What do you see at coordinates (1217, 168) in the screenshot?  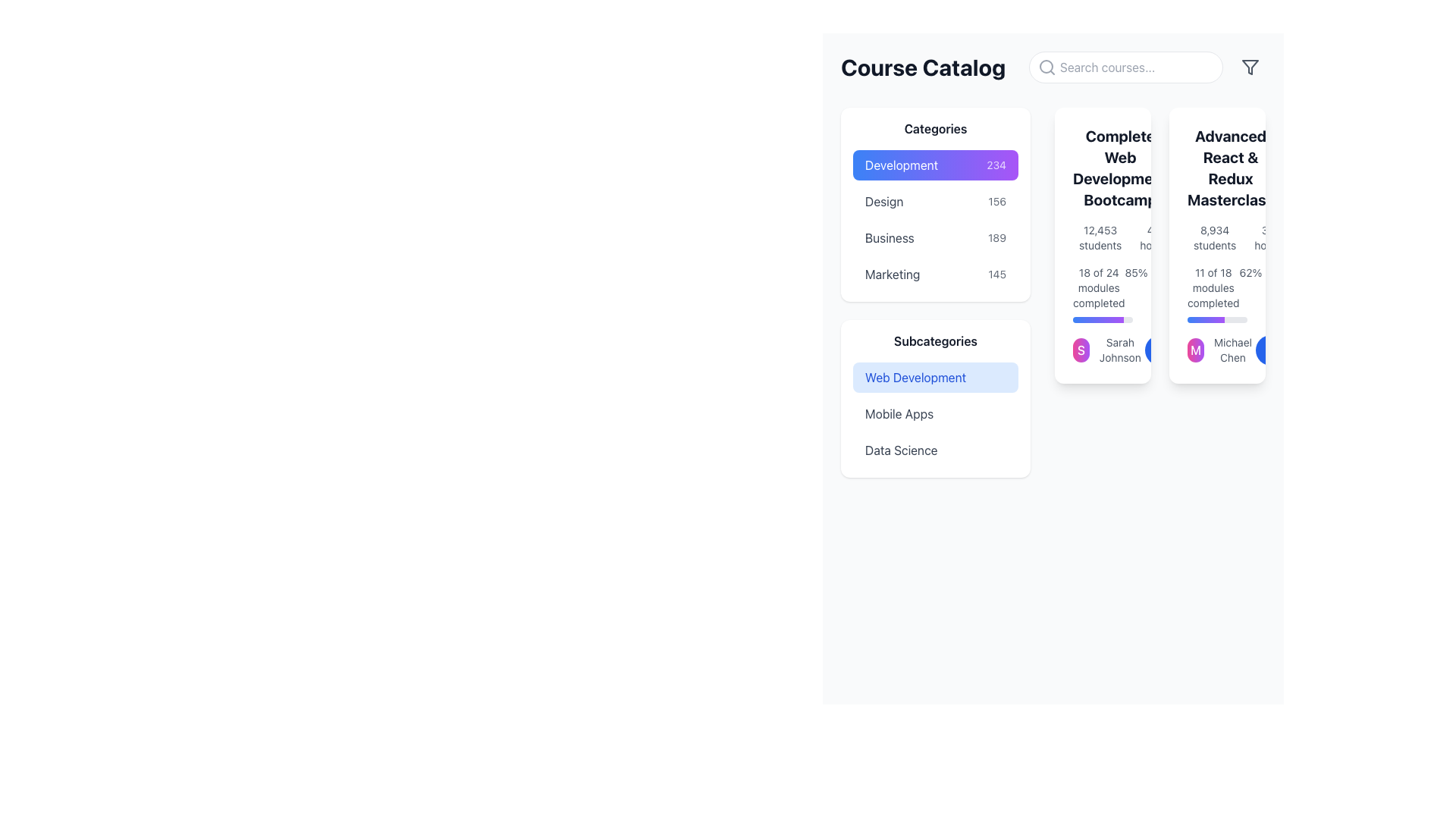 I see `the heading styled with bold and large font displaying 'Advanced React & Redux Masterclass', located at the top of the course card` at bounding box center [1217, 168].